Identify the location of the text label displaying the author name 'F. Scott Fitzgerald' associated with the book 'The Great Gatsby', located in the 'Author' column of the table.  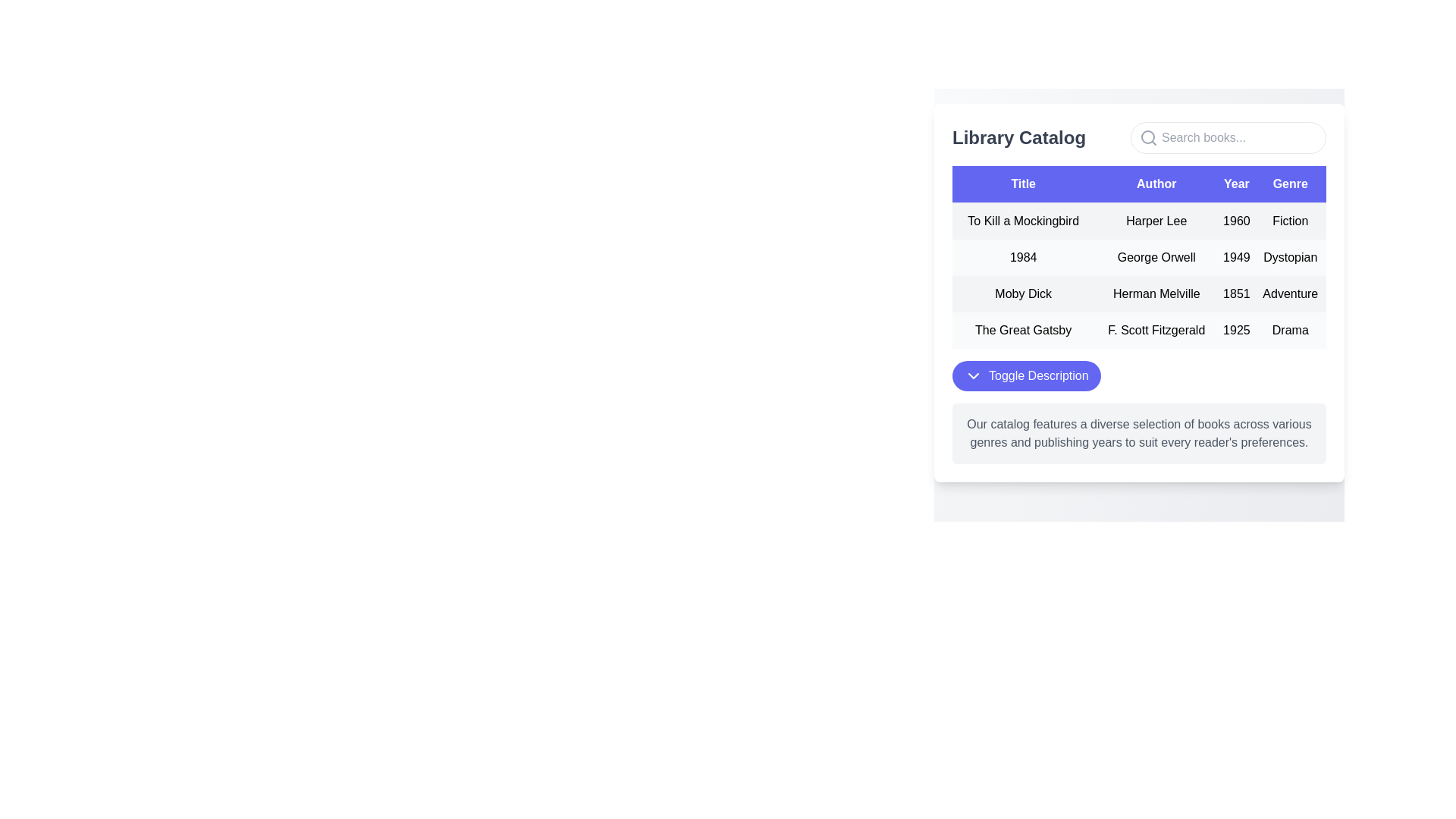
(1156, 329).